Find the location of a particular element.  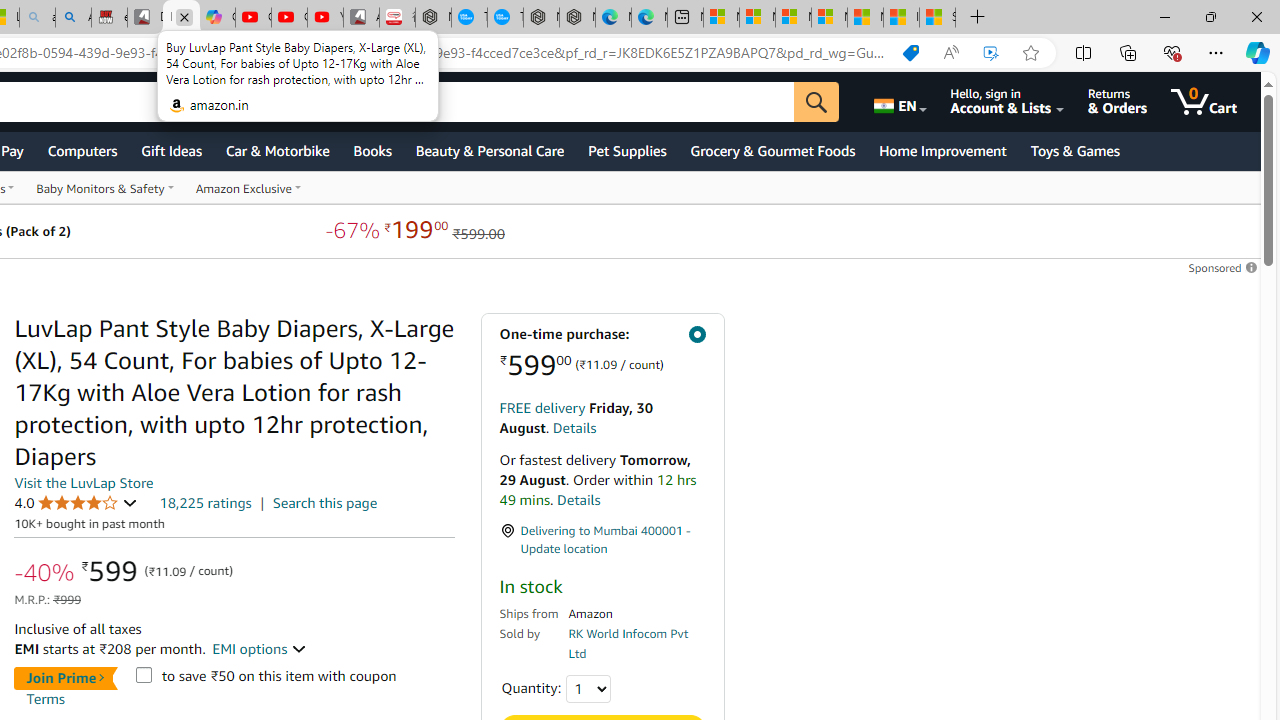

'YouTube Kids - An App Created for Kids to Explore Content' is located at coordinates (325, 17).